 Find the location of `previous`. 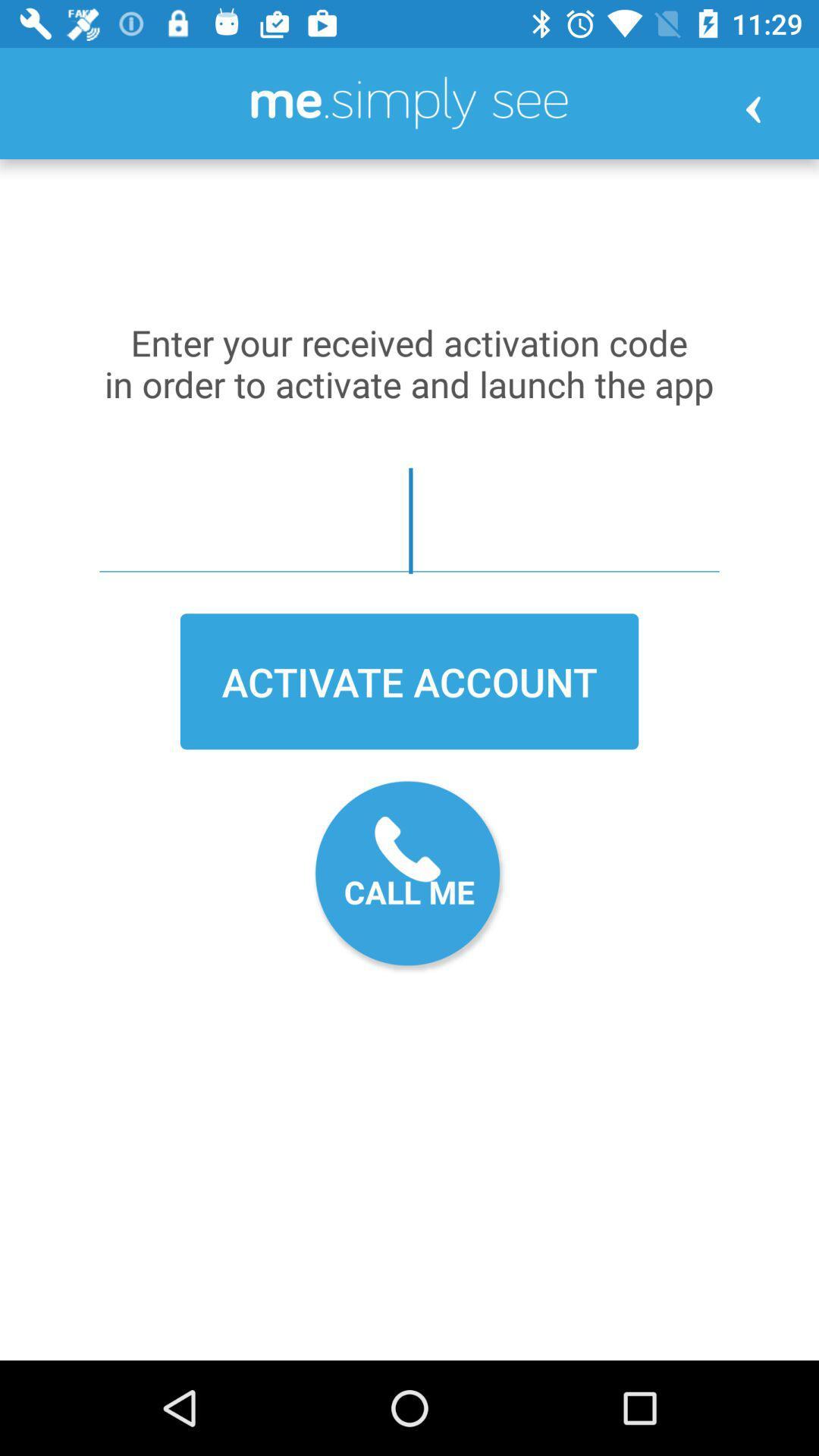

previous is located at coordinates (753, 108).